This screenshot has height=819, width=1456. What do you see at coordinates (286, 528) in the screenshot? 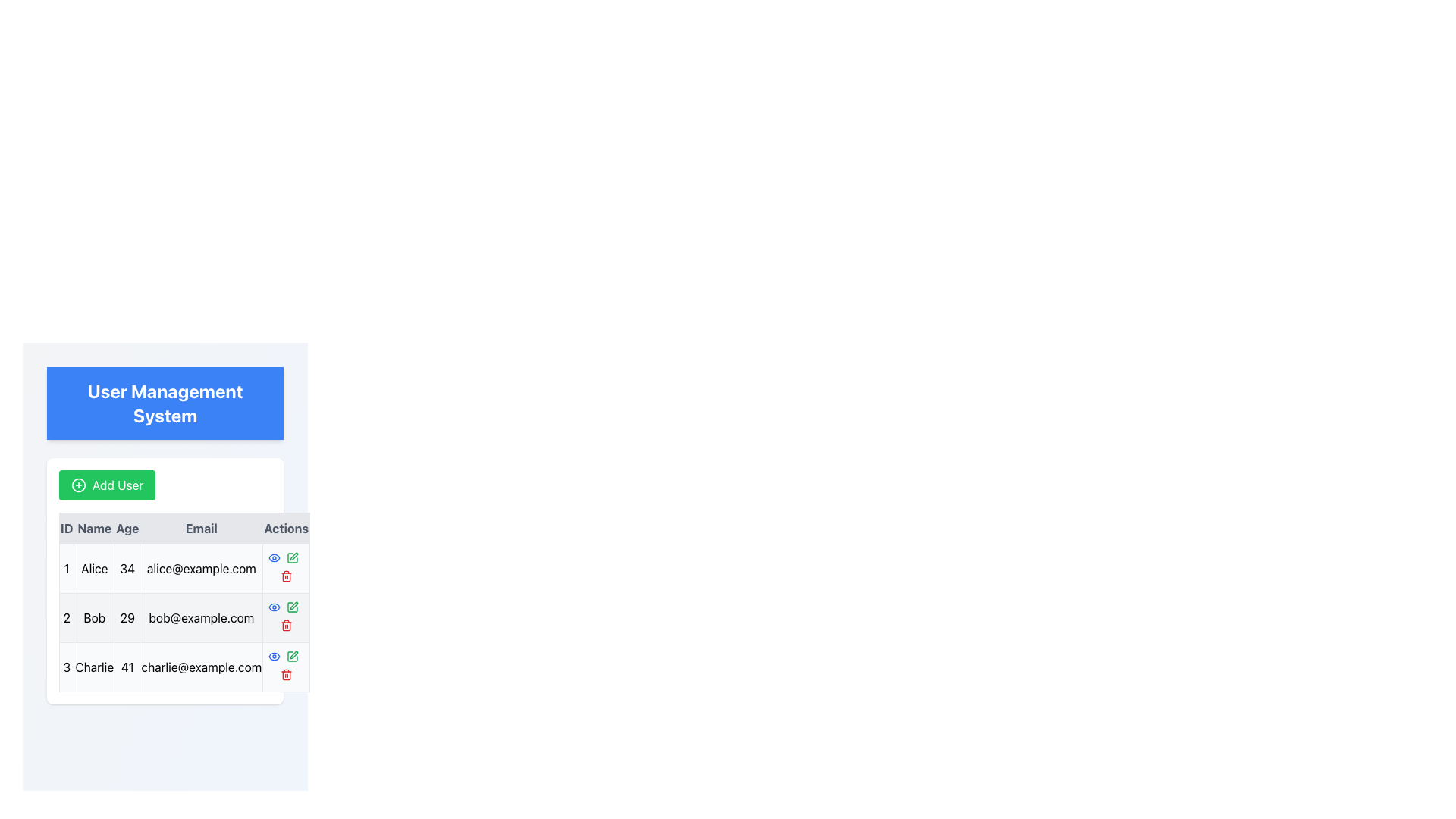
I see `the table header located in the top-right corner of the table, specifically the fifth header cell which spans the same vertical space as the others` at bounding box center [286, 528].